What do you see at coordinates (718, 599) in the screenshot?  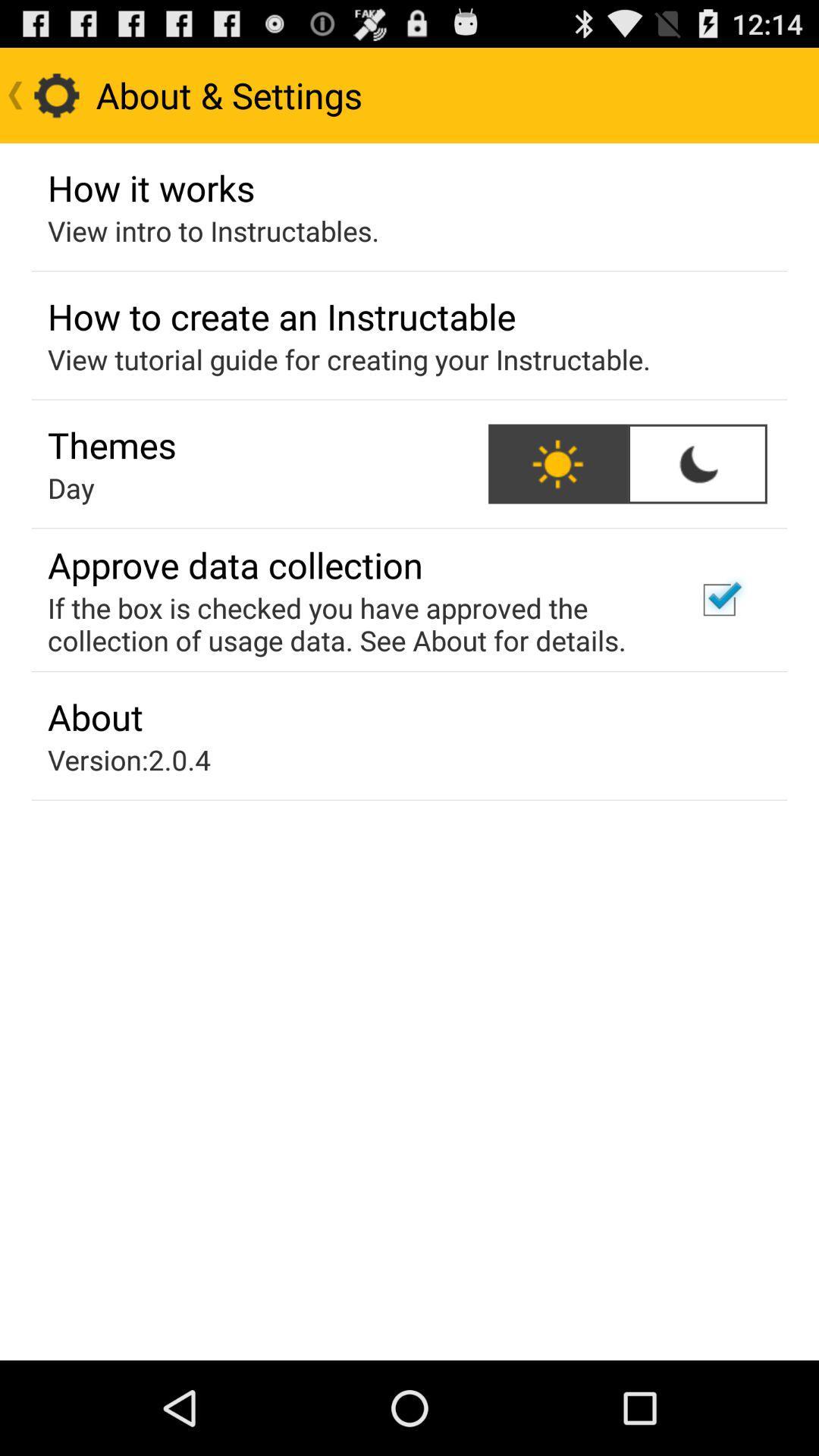 I see `tap the checkbox which is just right to approve data collection` at bounding box center [718, 599].